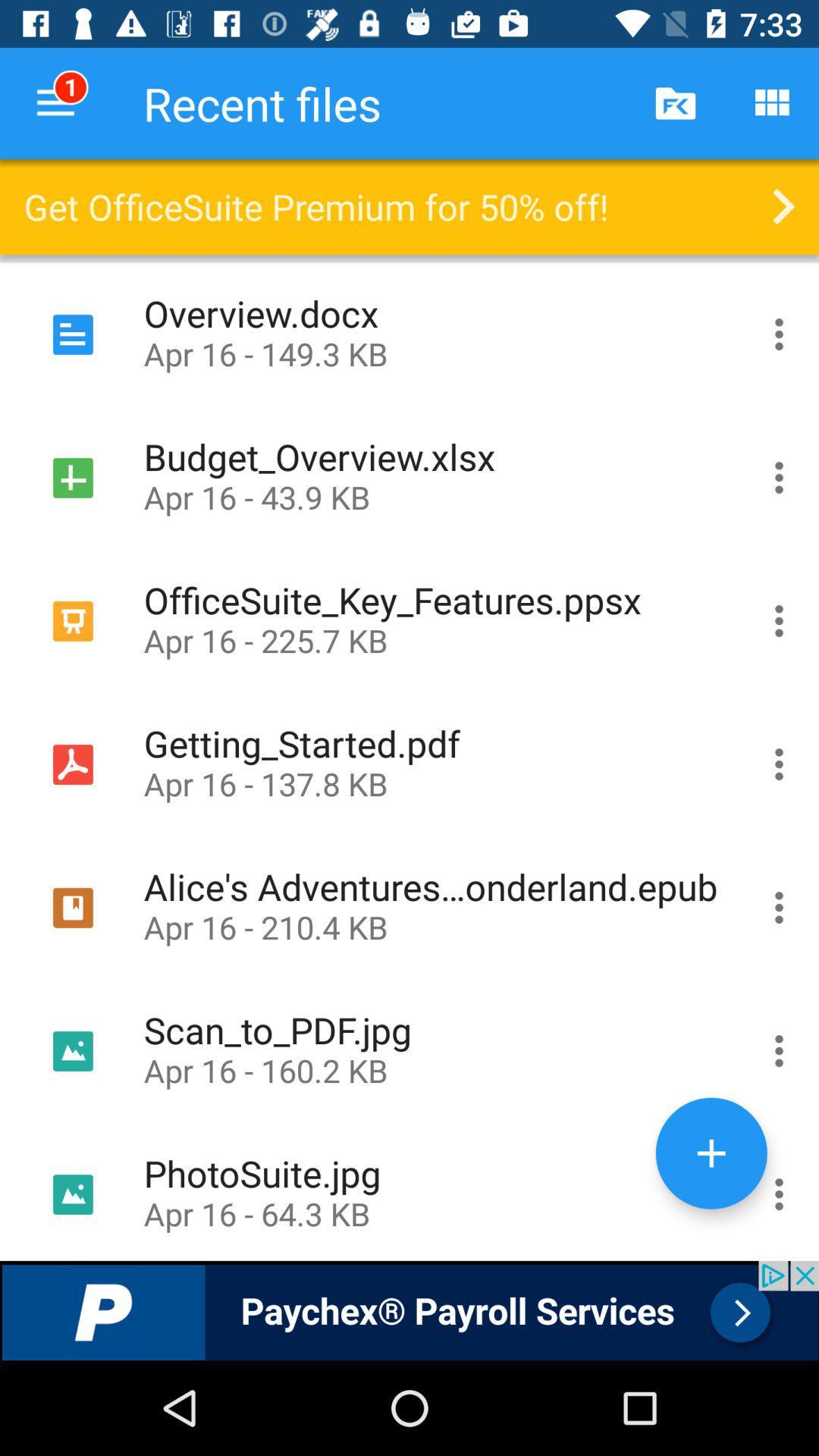 This screenshot has height=1456, width=819. I want to click on scan to pdf, so click(779, 1050).